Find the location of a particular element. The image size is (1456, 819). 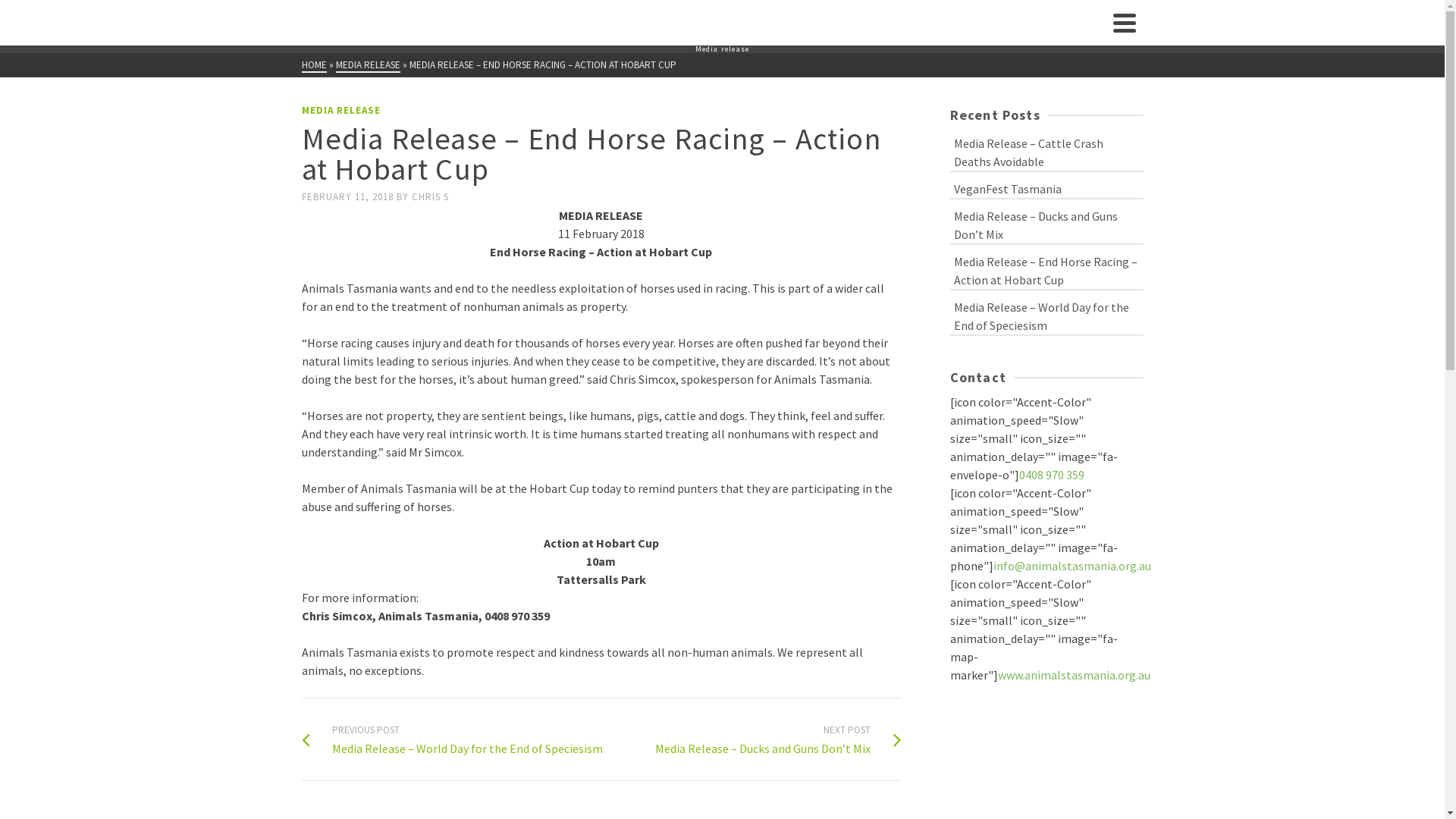

'MEDIA RELEASE' is located at coordinates (340, 109).